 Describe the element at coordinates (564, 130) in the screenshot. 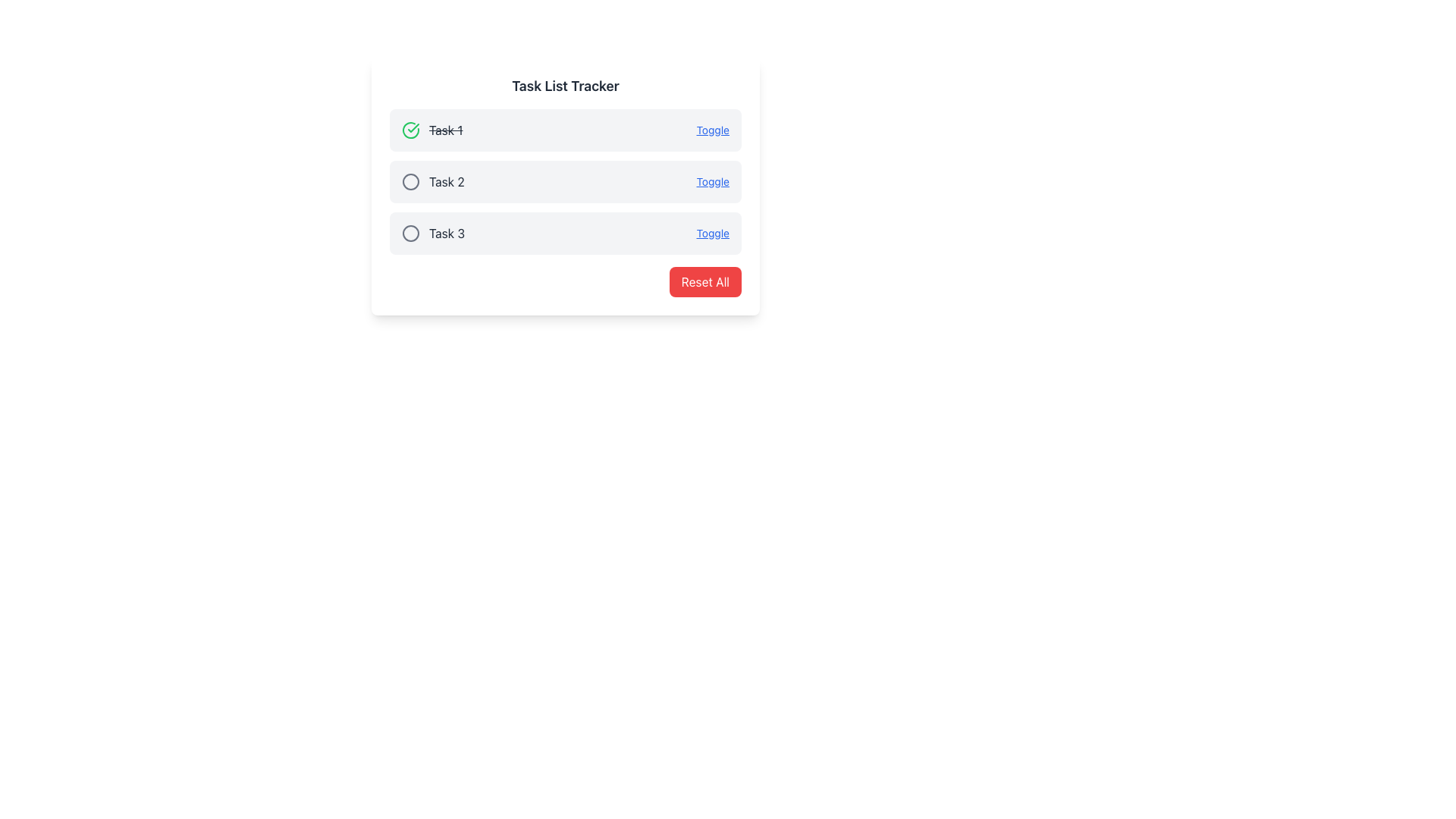

I see `the first task row in the task list` at that location.